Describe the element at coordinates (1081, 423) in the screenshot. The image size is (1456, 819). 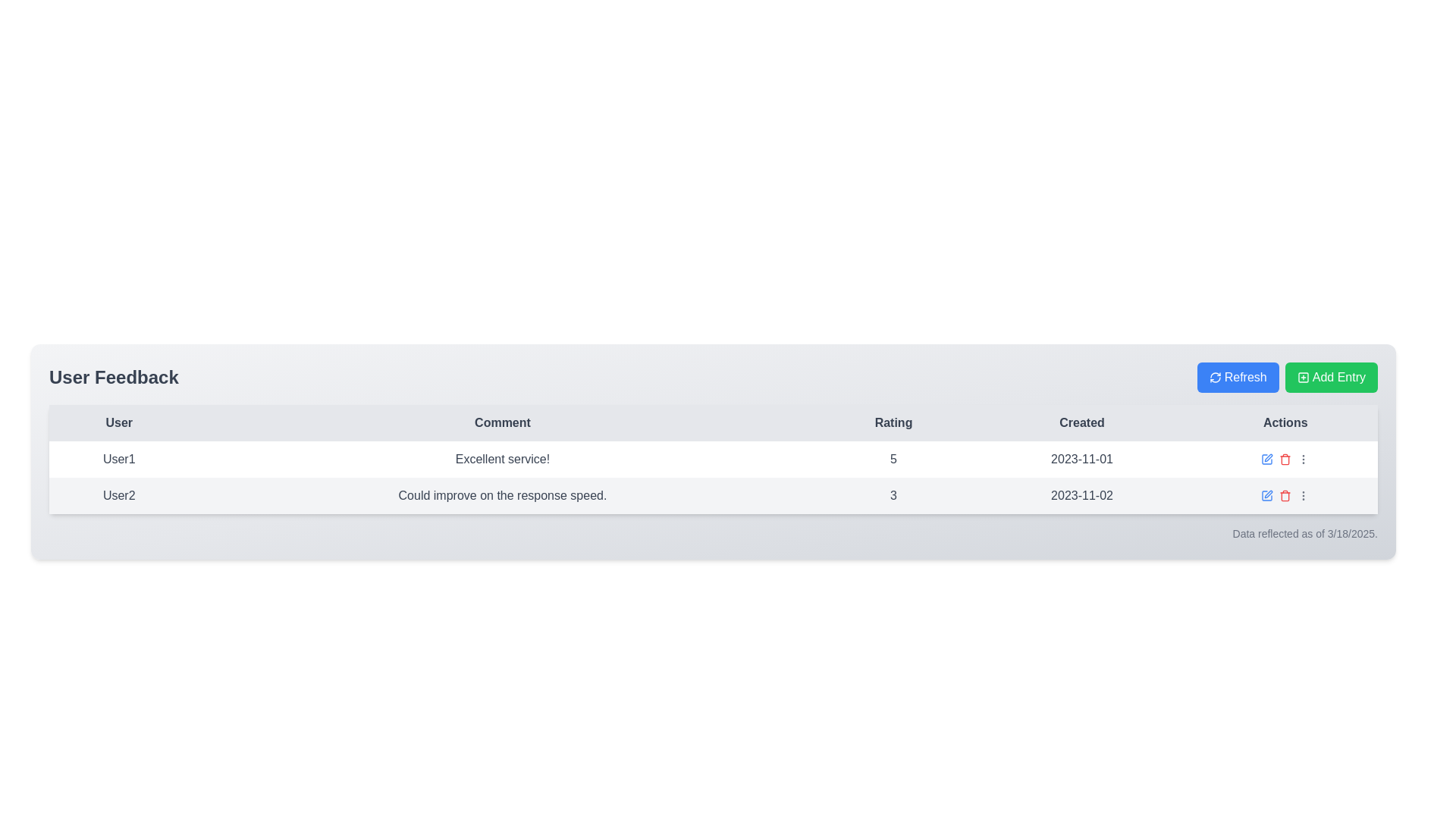
I see `the 'Created' label in the header row of the table, which is the fourth header item located between 'Rating' and 'Actions'` at that location.